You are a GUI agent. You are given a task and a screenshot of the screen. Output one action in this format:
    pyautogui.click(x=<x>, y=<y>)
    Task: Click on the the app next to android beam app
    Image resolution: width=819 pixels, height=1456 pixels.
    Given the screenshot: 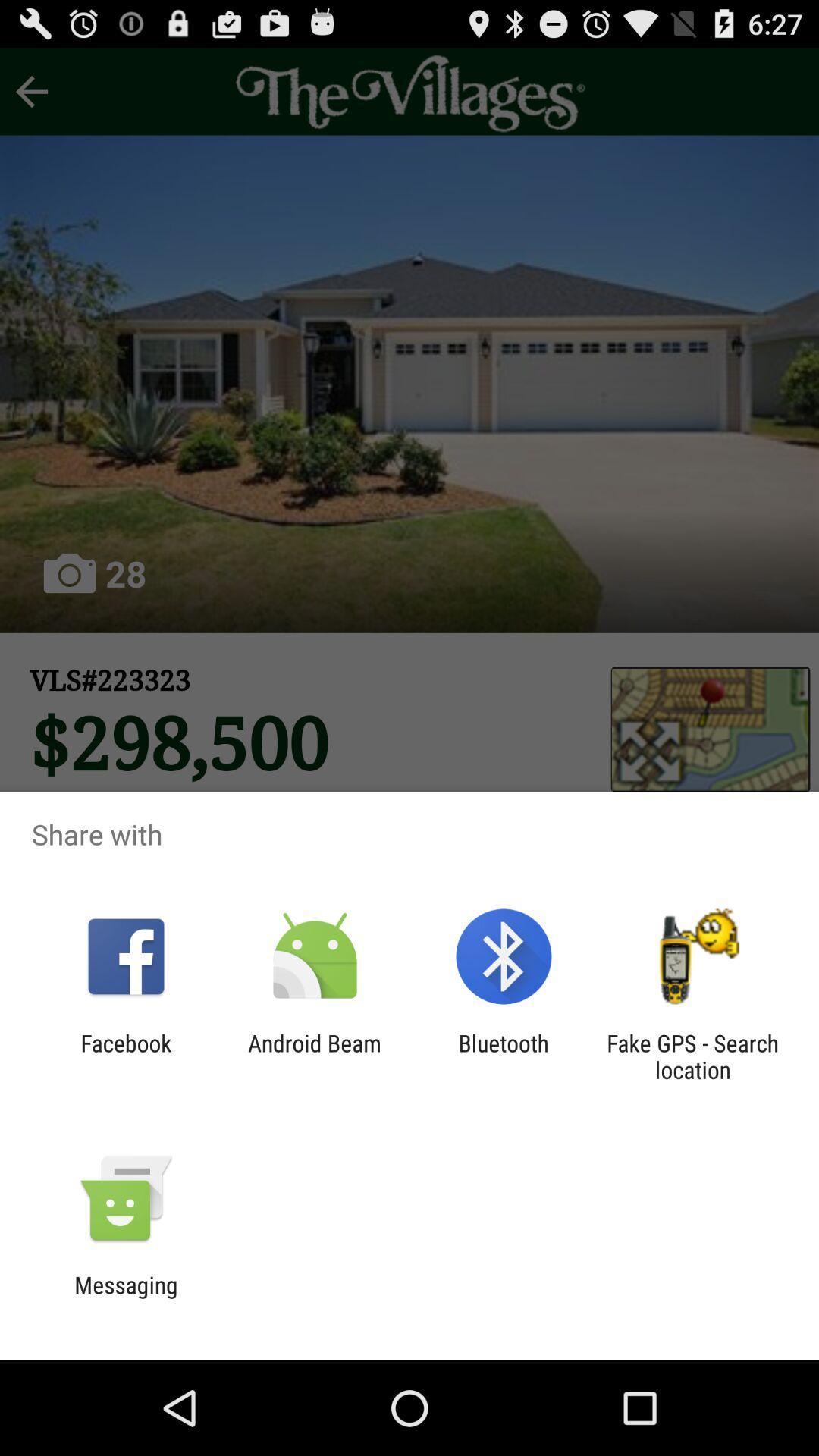 What is the action you would take?
    pyautogui.click(x=504, y=1056)
    